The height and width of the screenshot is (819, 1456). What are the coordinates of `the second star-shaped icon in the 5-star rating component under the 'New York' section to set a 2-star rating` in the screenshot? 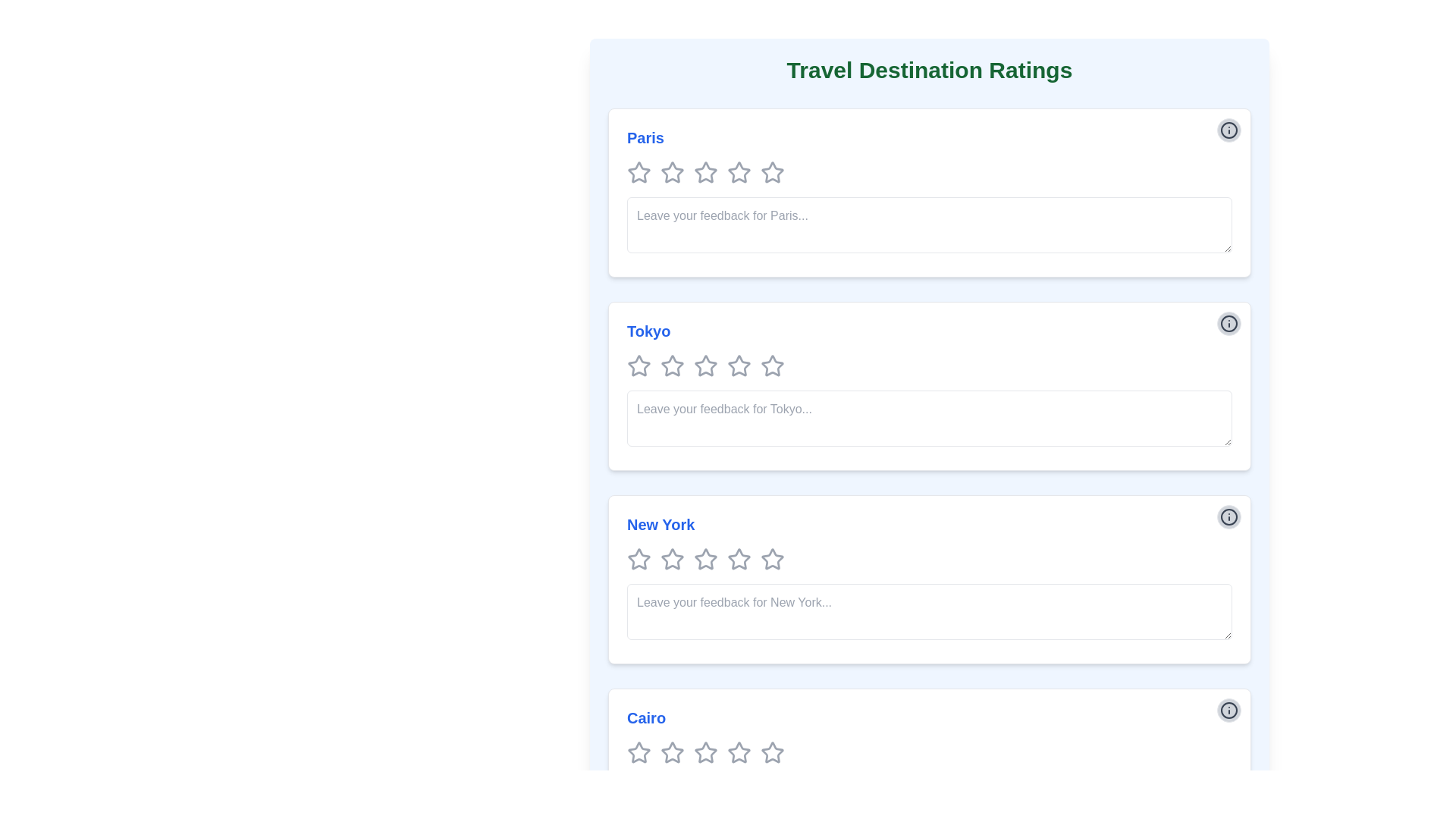 It's located at (672, 559).